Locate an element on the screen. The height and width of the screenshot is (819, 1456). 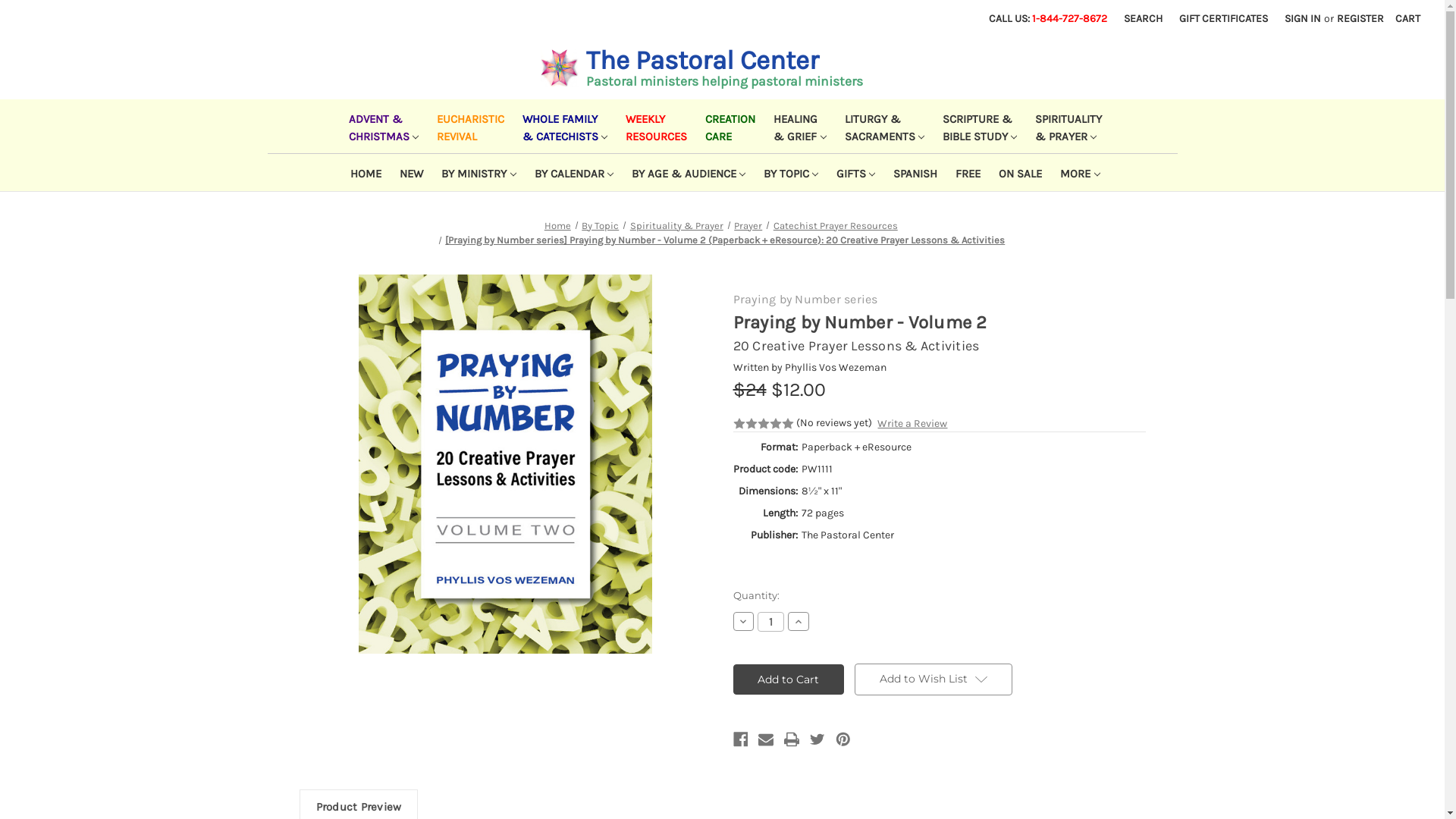
'CREATION is located at coordinates (726, 125).